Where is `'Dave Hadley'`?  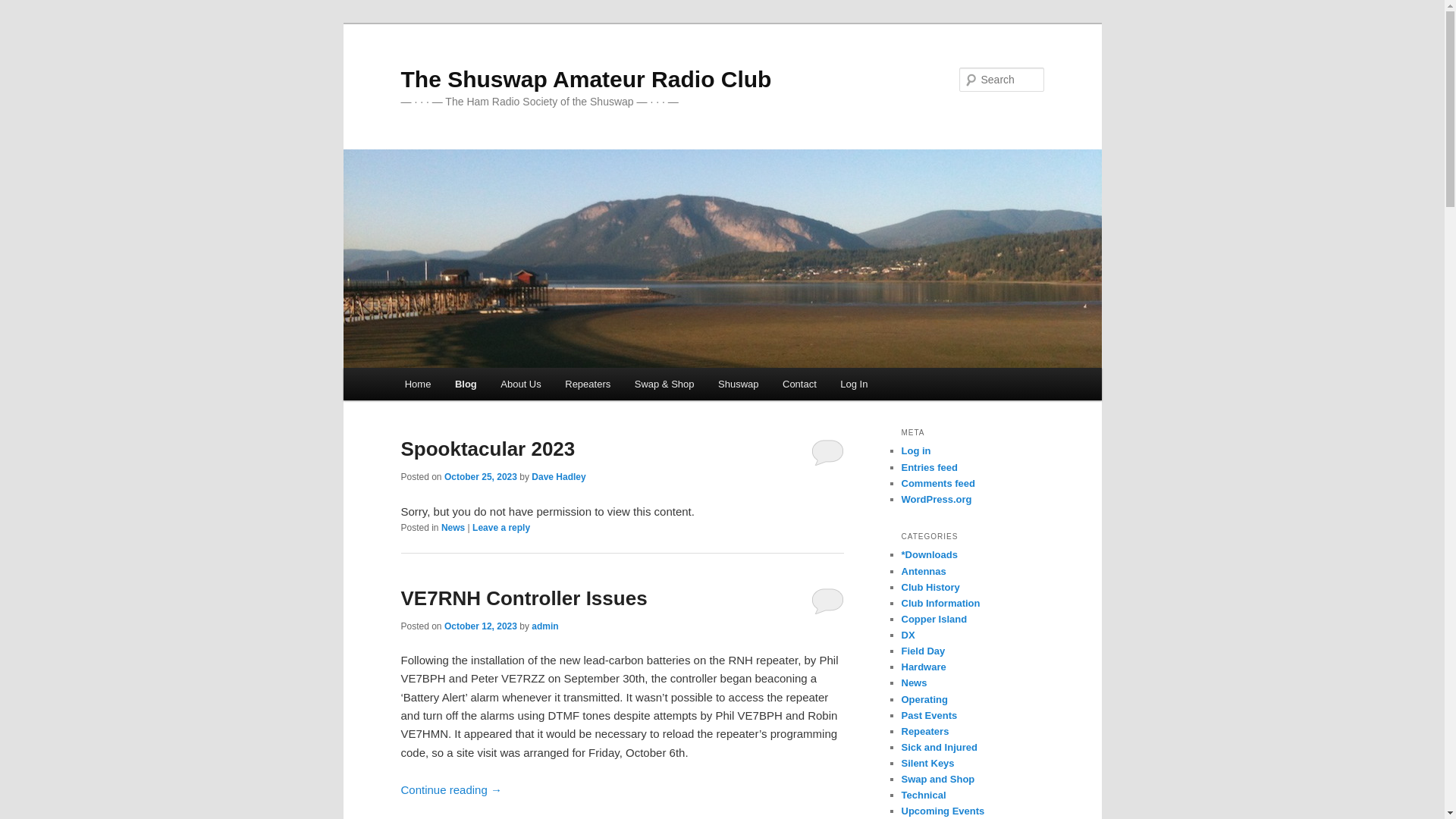
'Dave Hadley' is located at coordinates (557, 475).